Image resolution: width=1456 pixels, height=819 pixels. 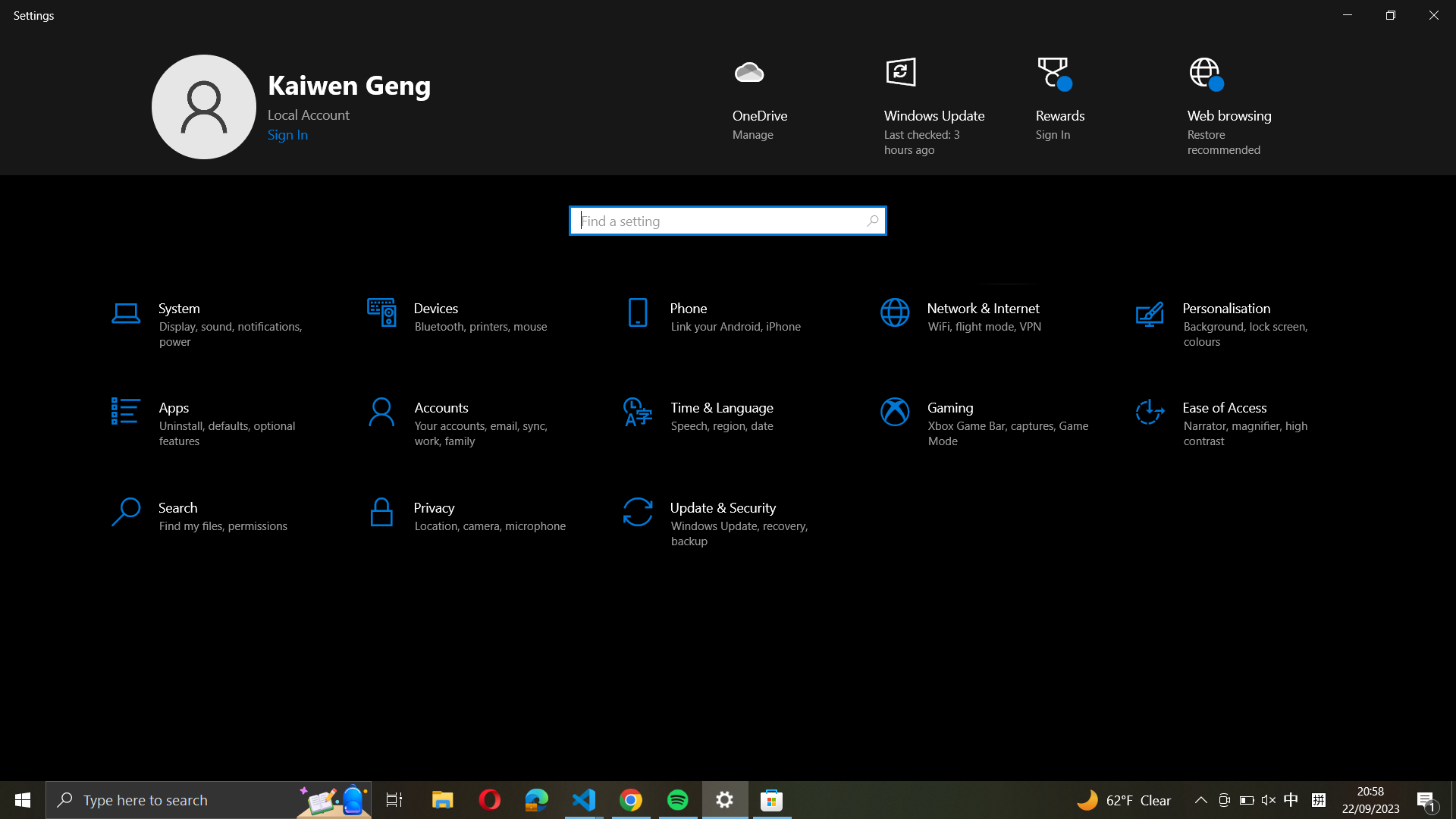 I want to click on Use the search bar to find the setting "Lock screen settings, so click(x=726, y=219).